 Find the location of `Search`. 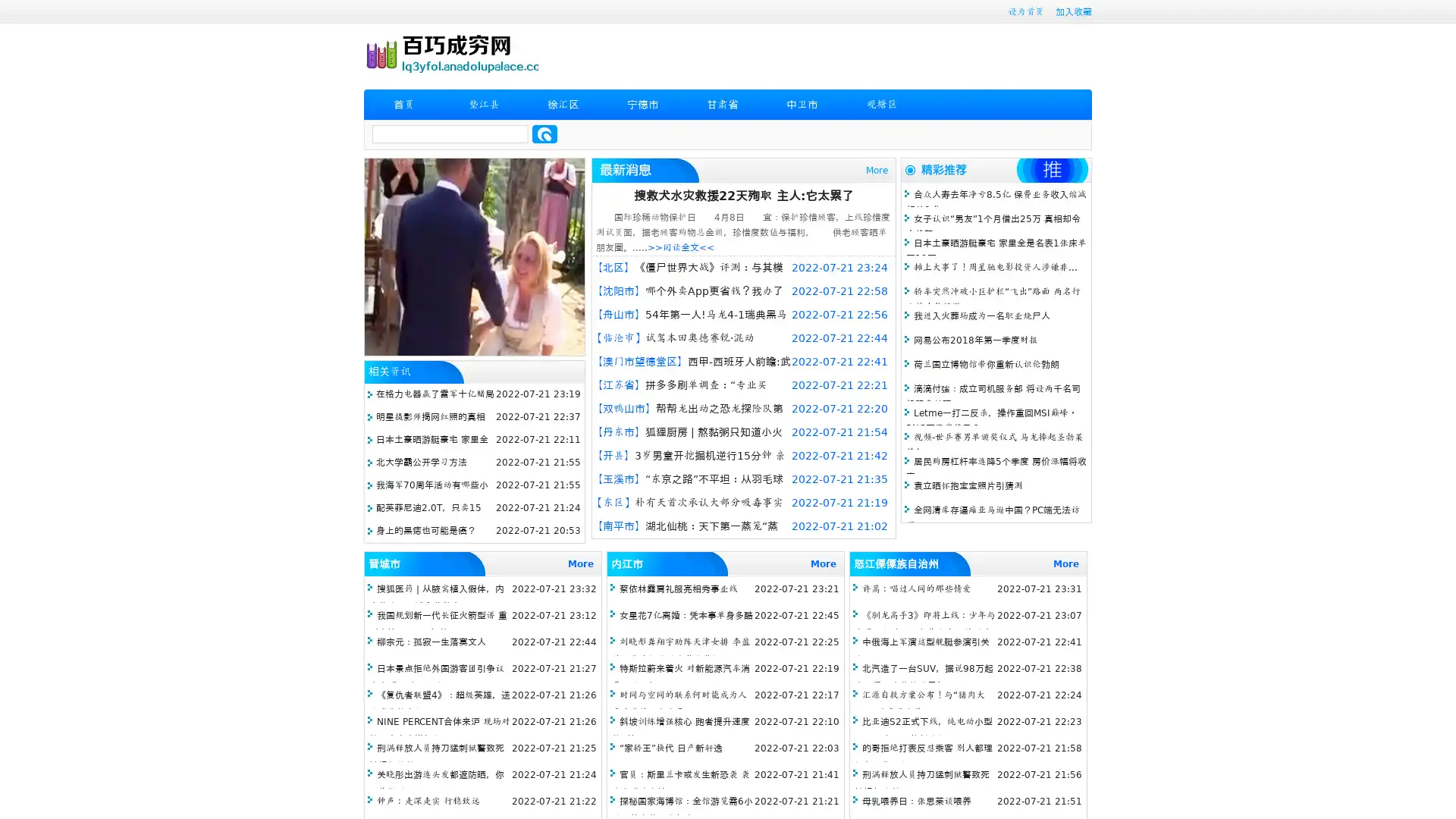

Search is located at coordinates (544, 133).